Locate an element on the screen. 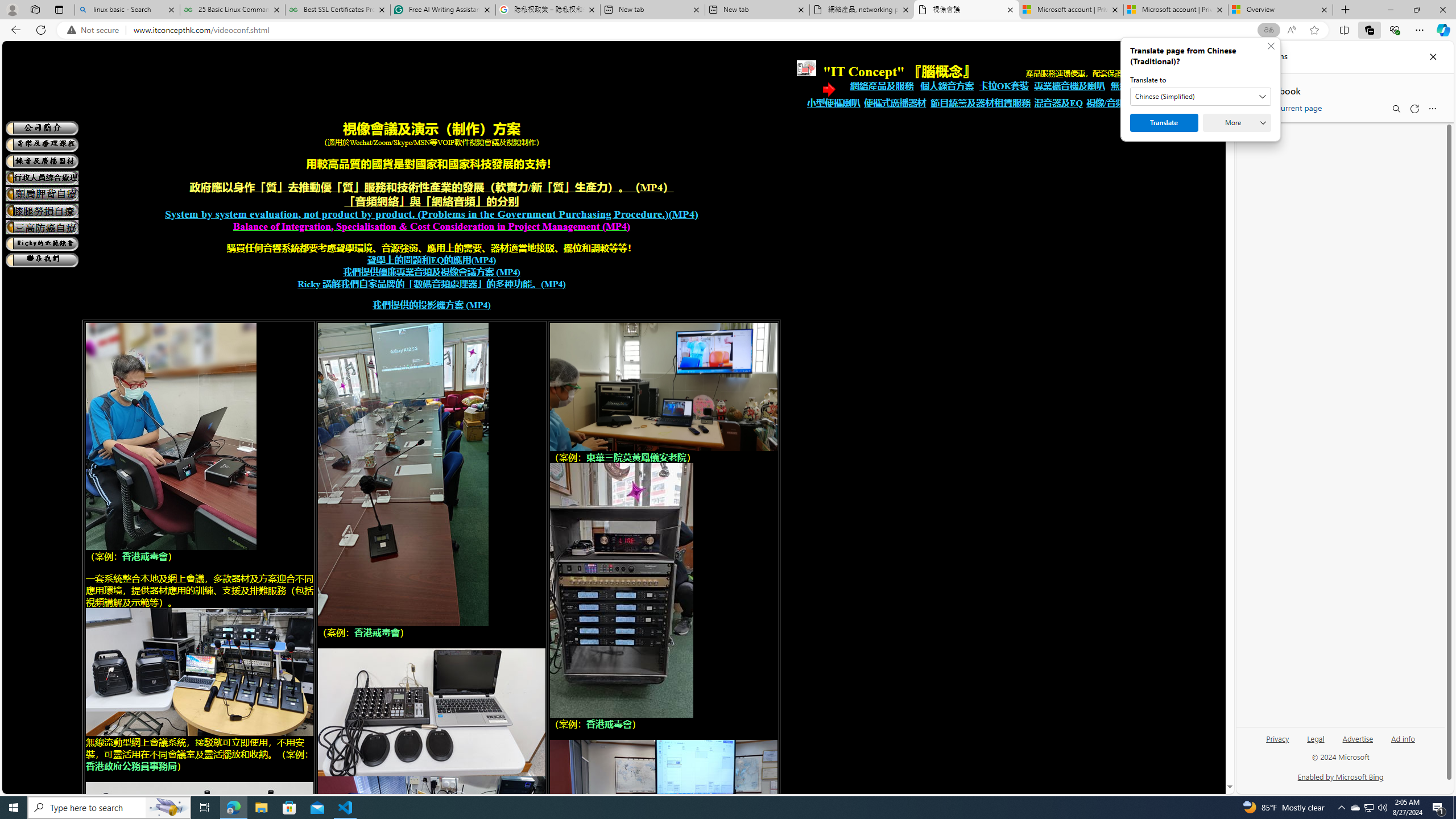  'Overview' is located at coordinates (1280, 9).